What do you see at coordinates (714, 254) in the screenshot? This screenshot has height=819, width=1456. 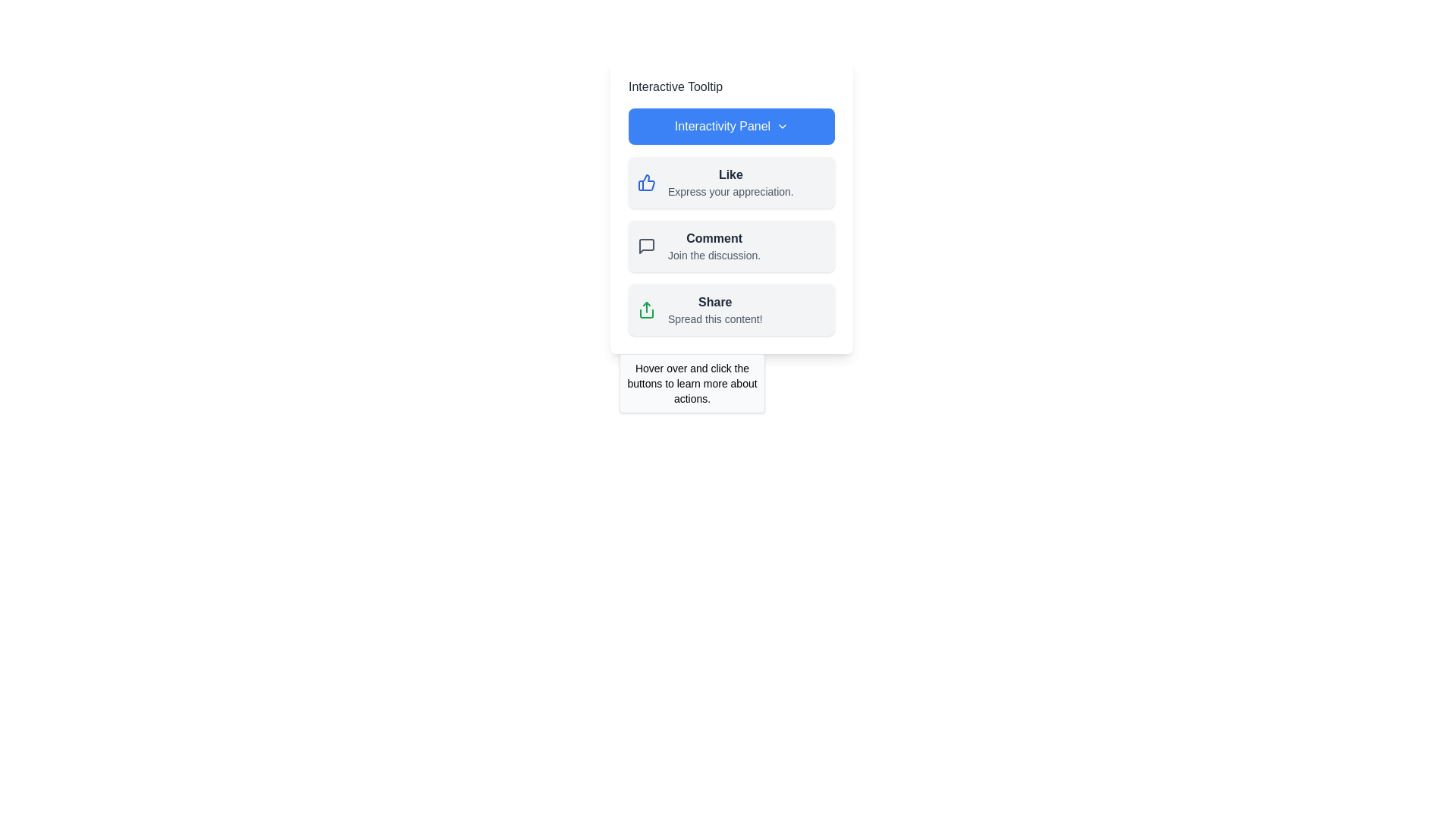 I see `the text label that provides descriptive information associated with the 'Comment' action, located below the 'Comment' text in a tooltip layout` at bounding box center [714, 254].